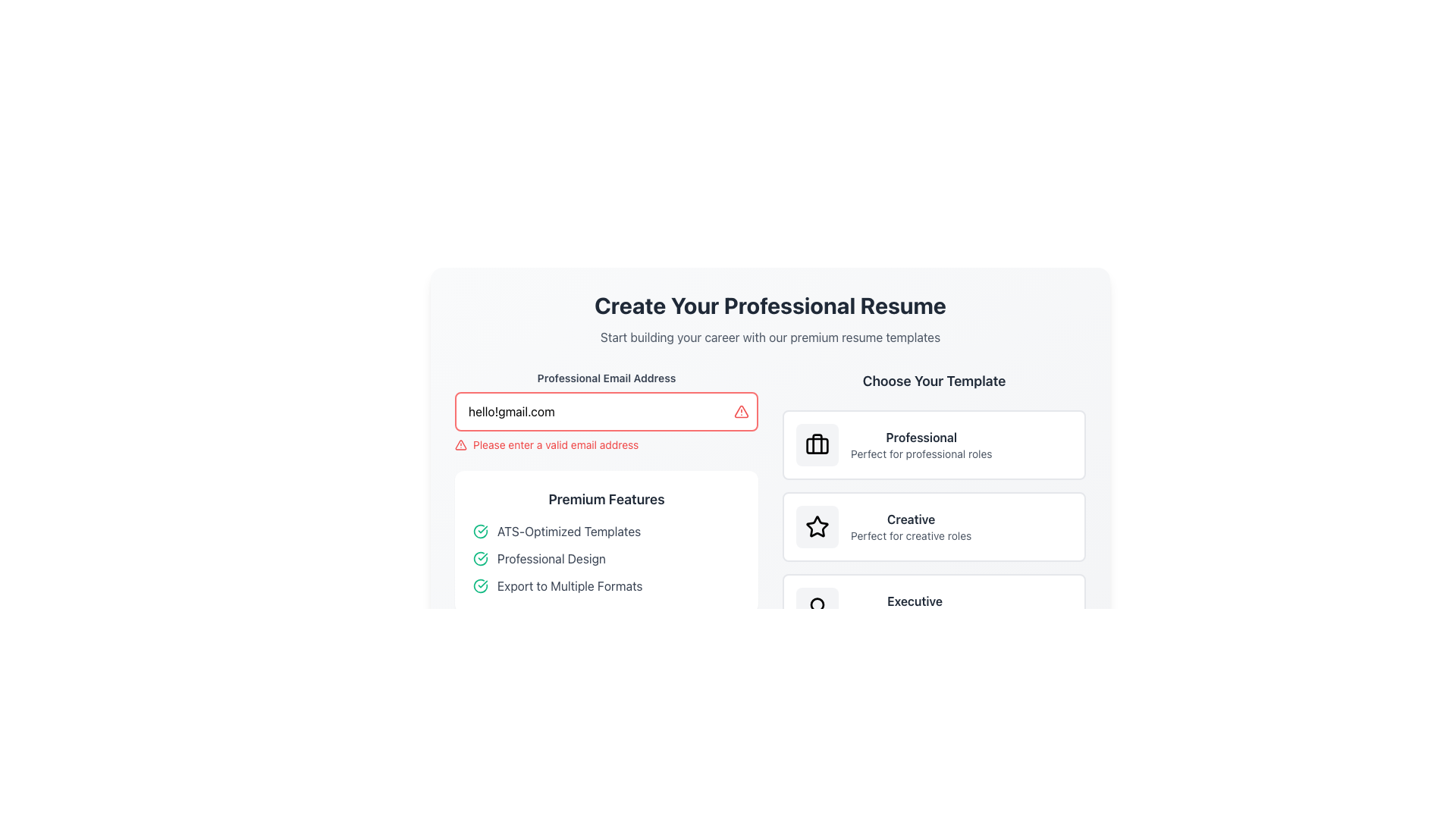 This screenshot has height=819, width=1456. I want to click on the descriptive subtitle 'Perfect for professional roles' located under the 'Professional' listing in the 'Choose Your Template' section, so click(921, 453).